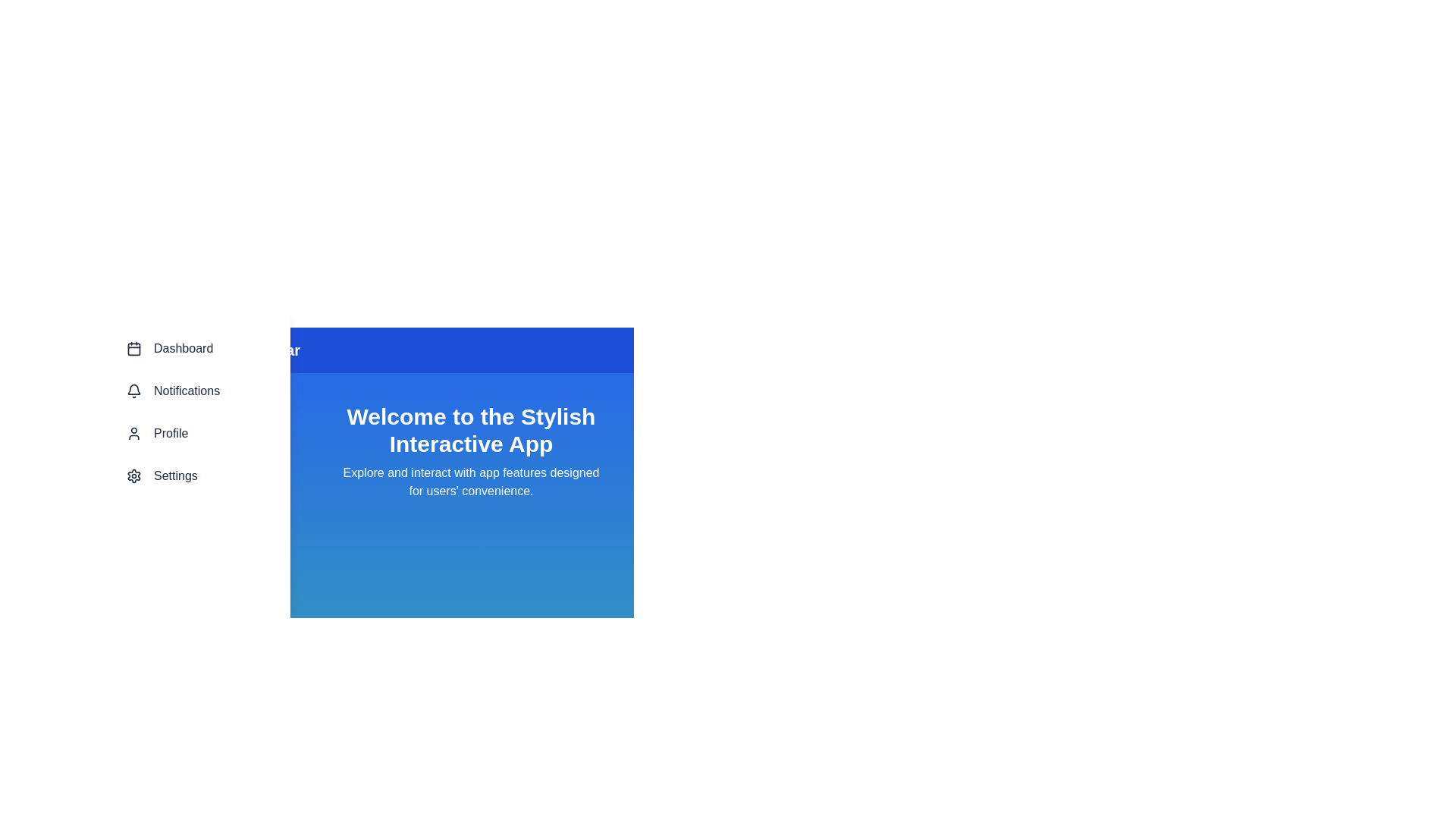  I want to click on the Profile section in the navigation bar to navigate to it, so click(192, 433).